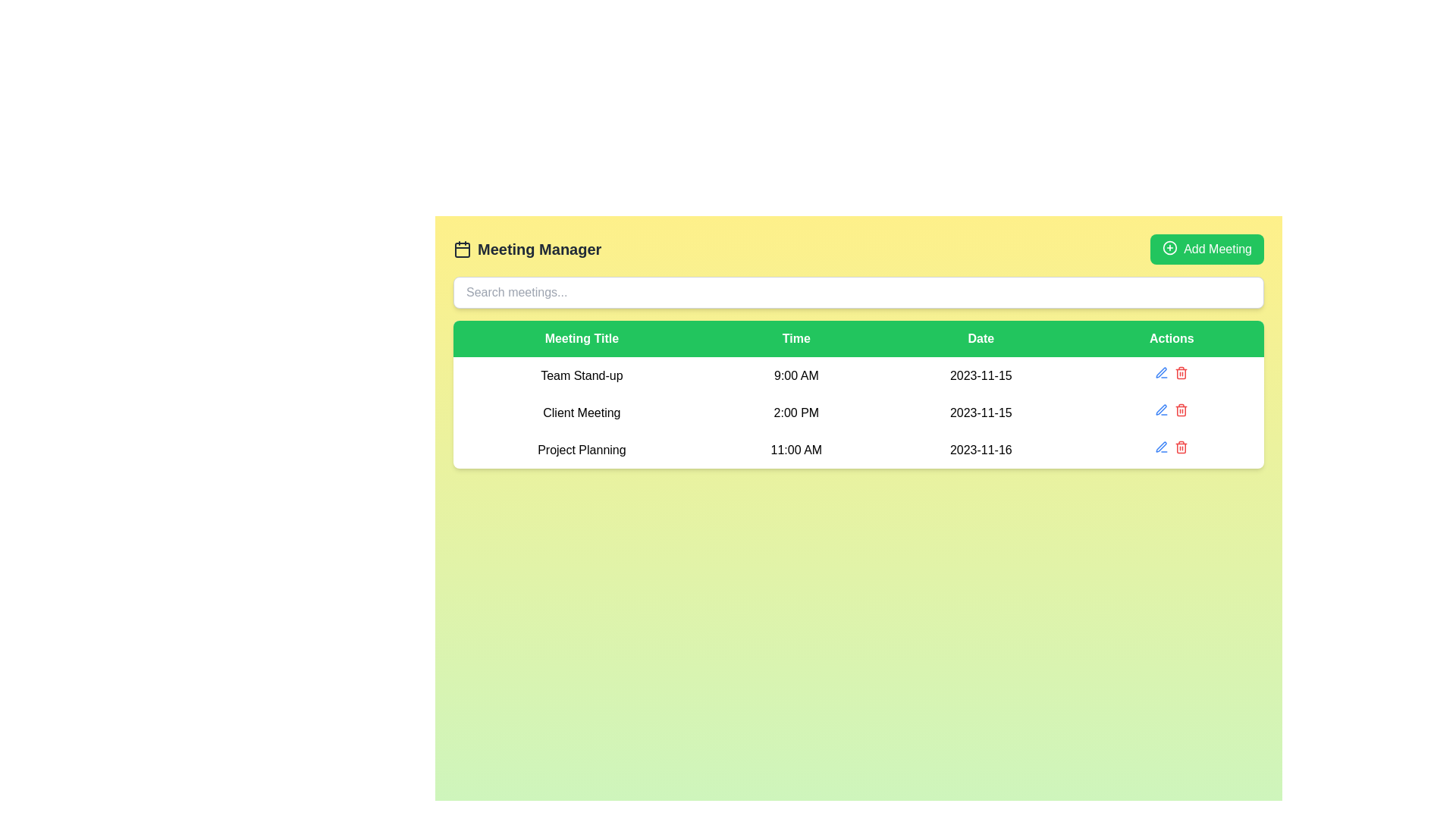 The image size is (1456, 819). I want to click on the editing icon in the 'Actions' column of the third row for the 'Project Planning' entry, so click(1160, 409).